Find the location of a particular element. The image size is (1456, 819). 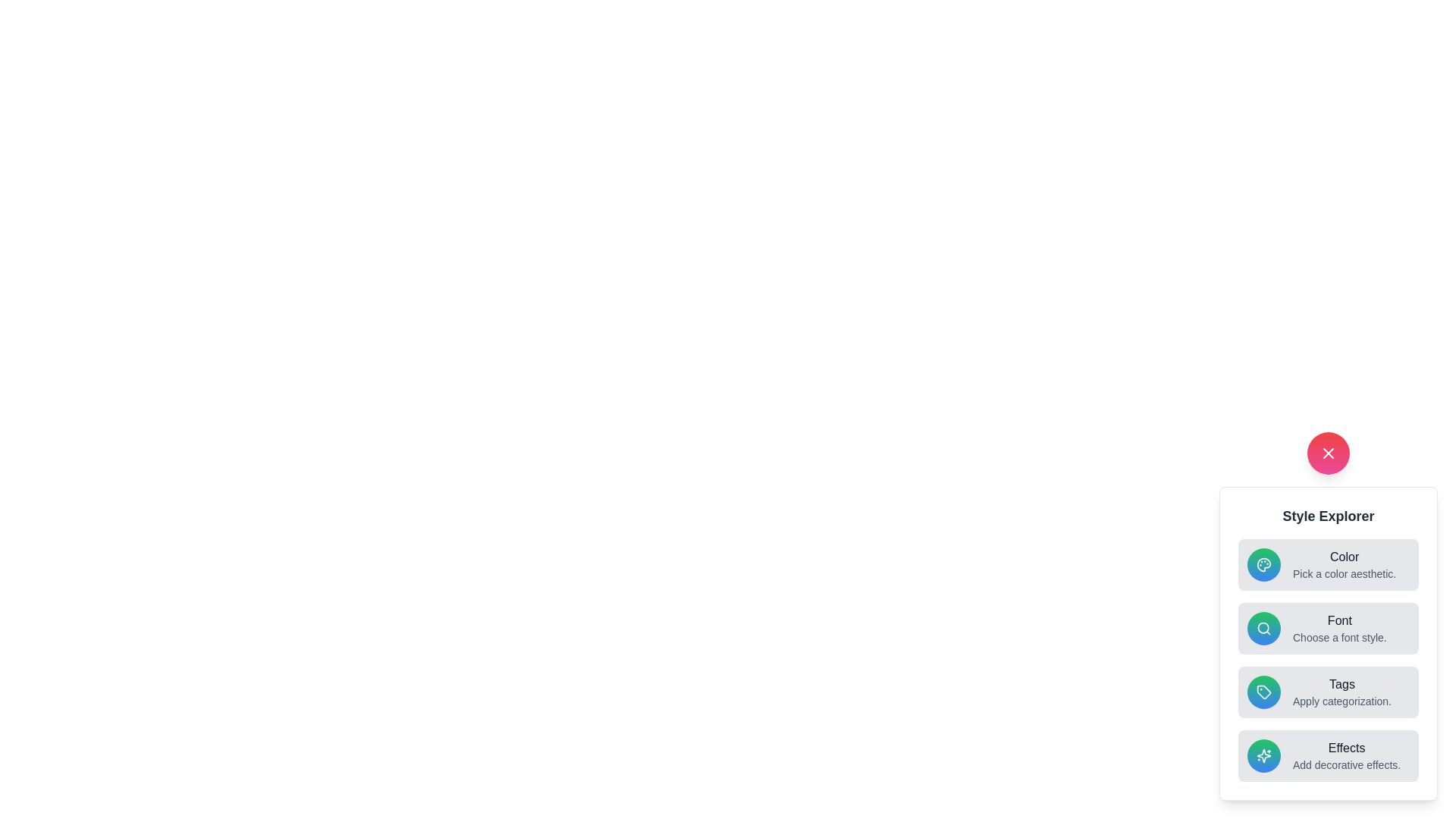

the style option labeled Effects to view its hover effect is located at coordinates (1328, 755).